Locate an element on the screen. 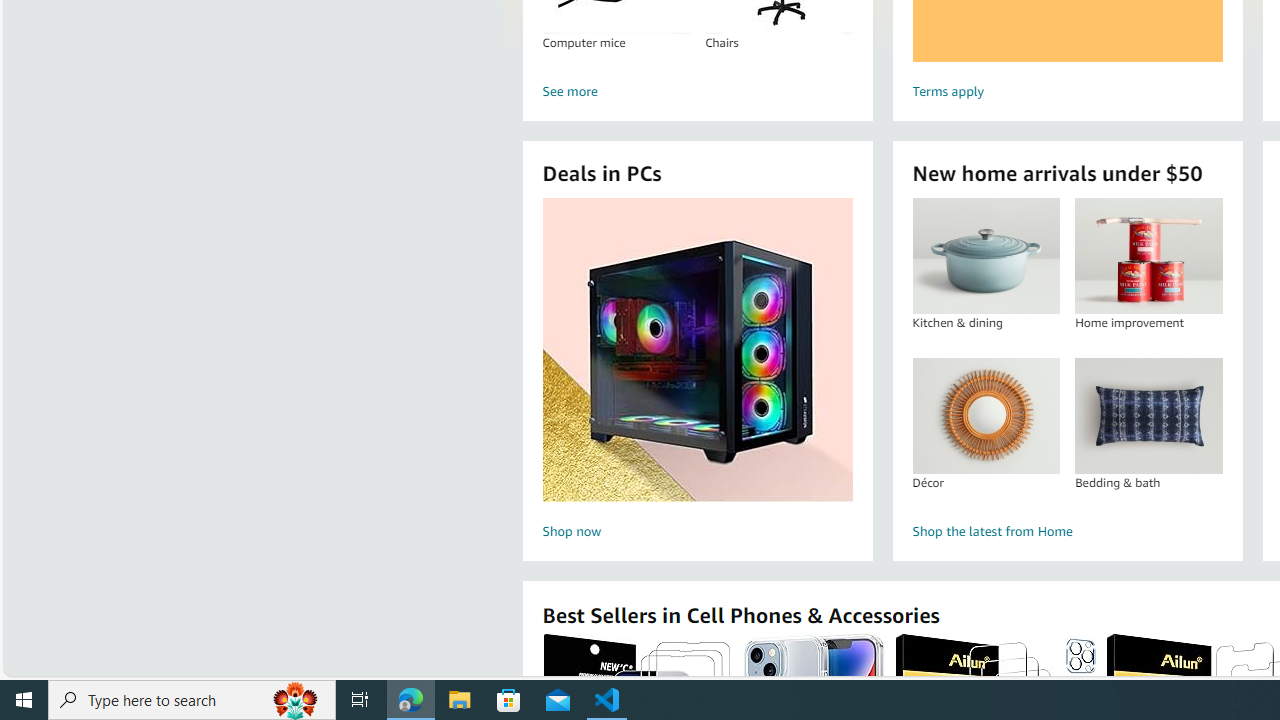 This screenshot has width=1280, height=720. 'Kitchen & dining' is located at coordinates (986, 255).